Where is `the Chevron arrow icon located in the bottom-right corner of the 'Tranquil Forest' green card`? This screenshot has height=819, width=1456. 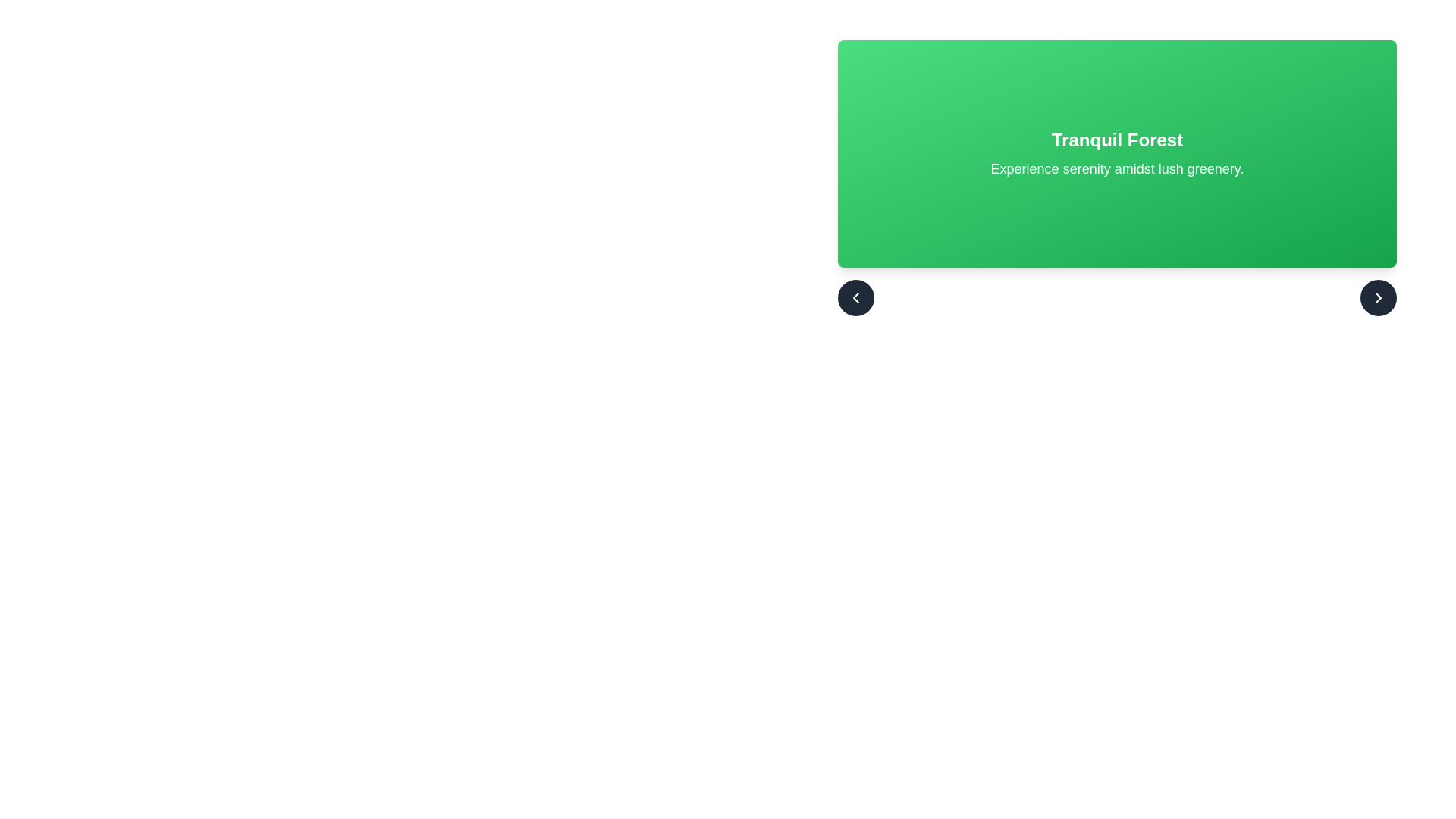 the Chevron arrow icon located in the bottom-right corner of the 'Tranquil Forest' green card is located at coordinates (1379, 298).